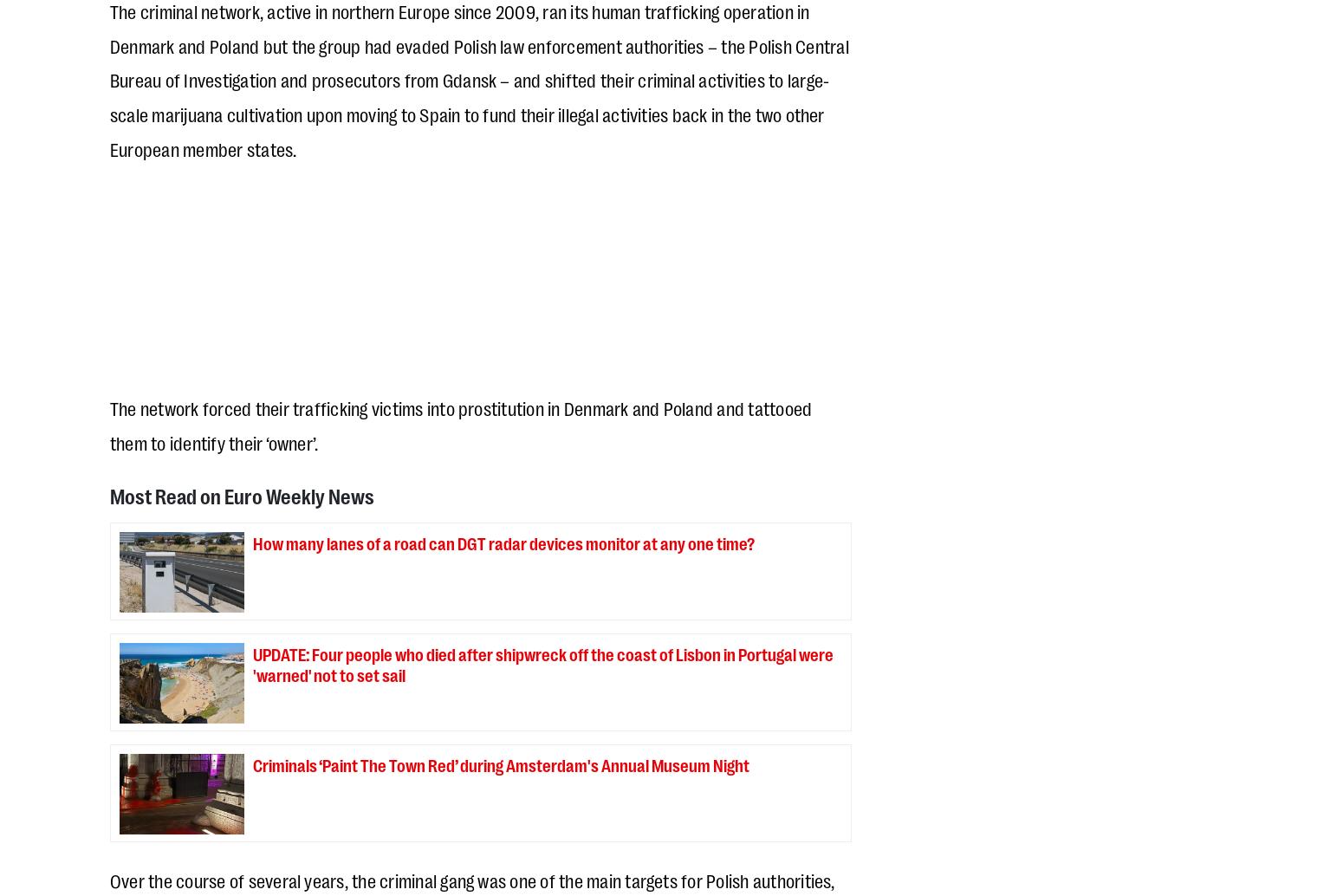 This screenshot has height=896, width=1343. I want to click on 'WP Advisor', so click(380, 845).